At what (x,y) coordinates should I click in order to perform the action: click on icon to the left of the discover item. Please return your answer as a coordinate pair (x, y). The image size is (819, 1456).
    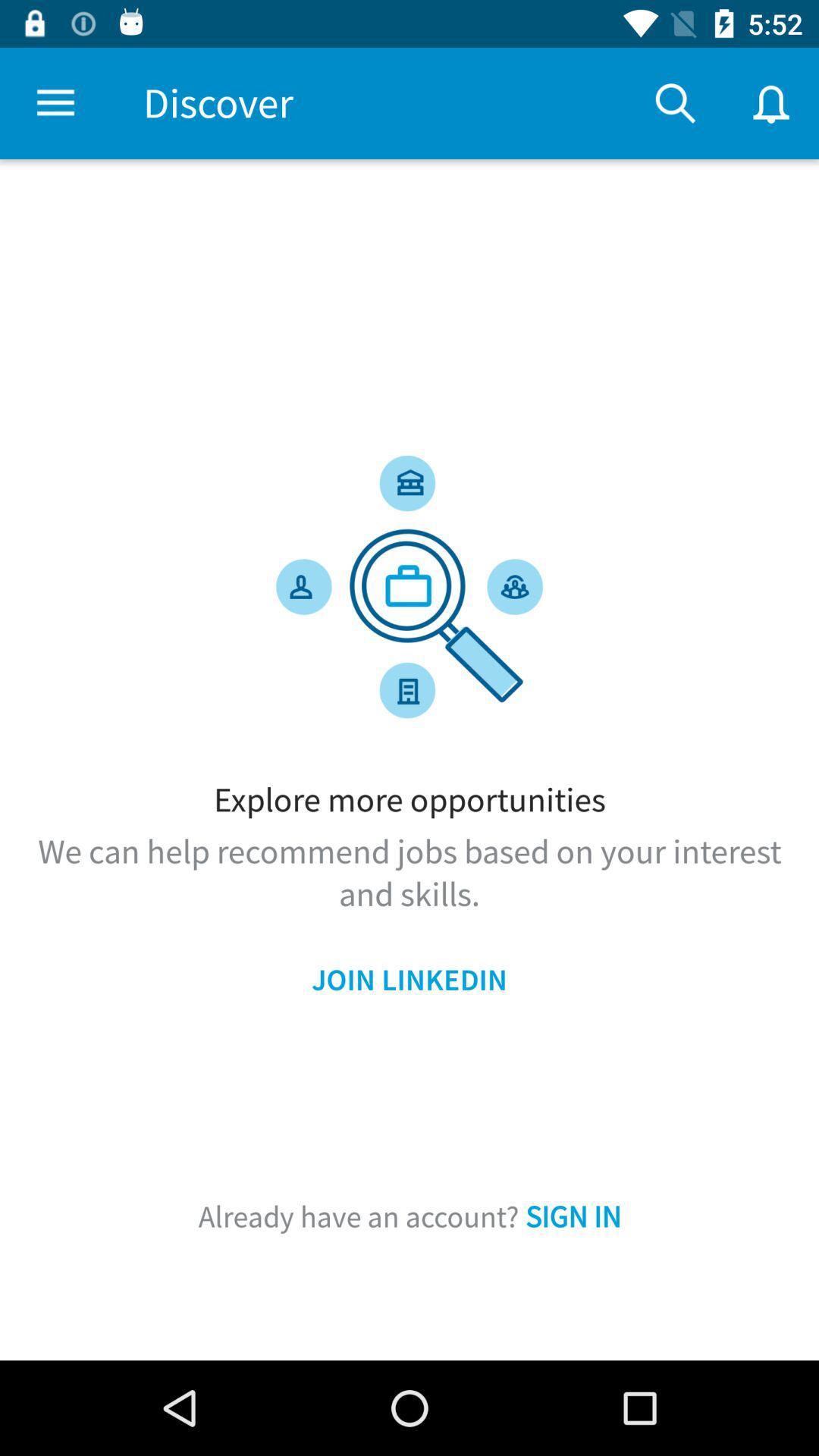
    Looking at the image, I should click on (55, 102).